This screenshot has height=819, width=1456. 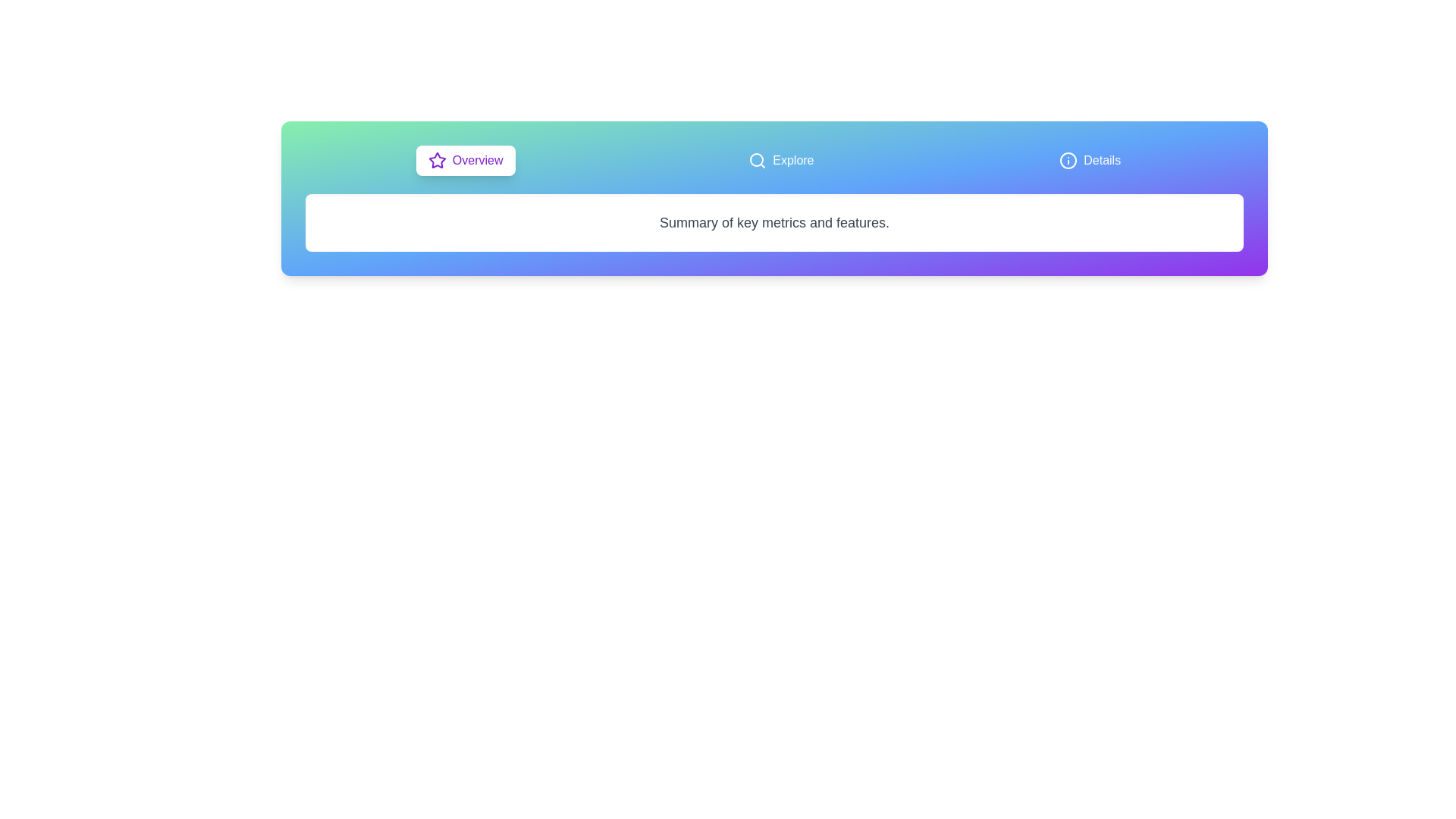 I want to click on the tab labeled 'Overview' to display its content, so click(x=465, y=161).